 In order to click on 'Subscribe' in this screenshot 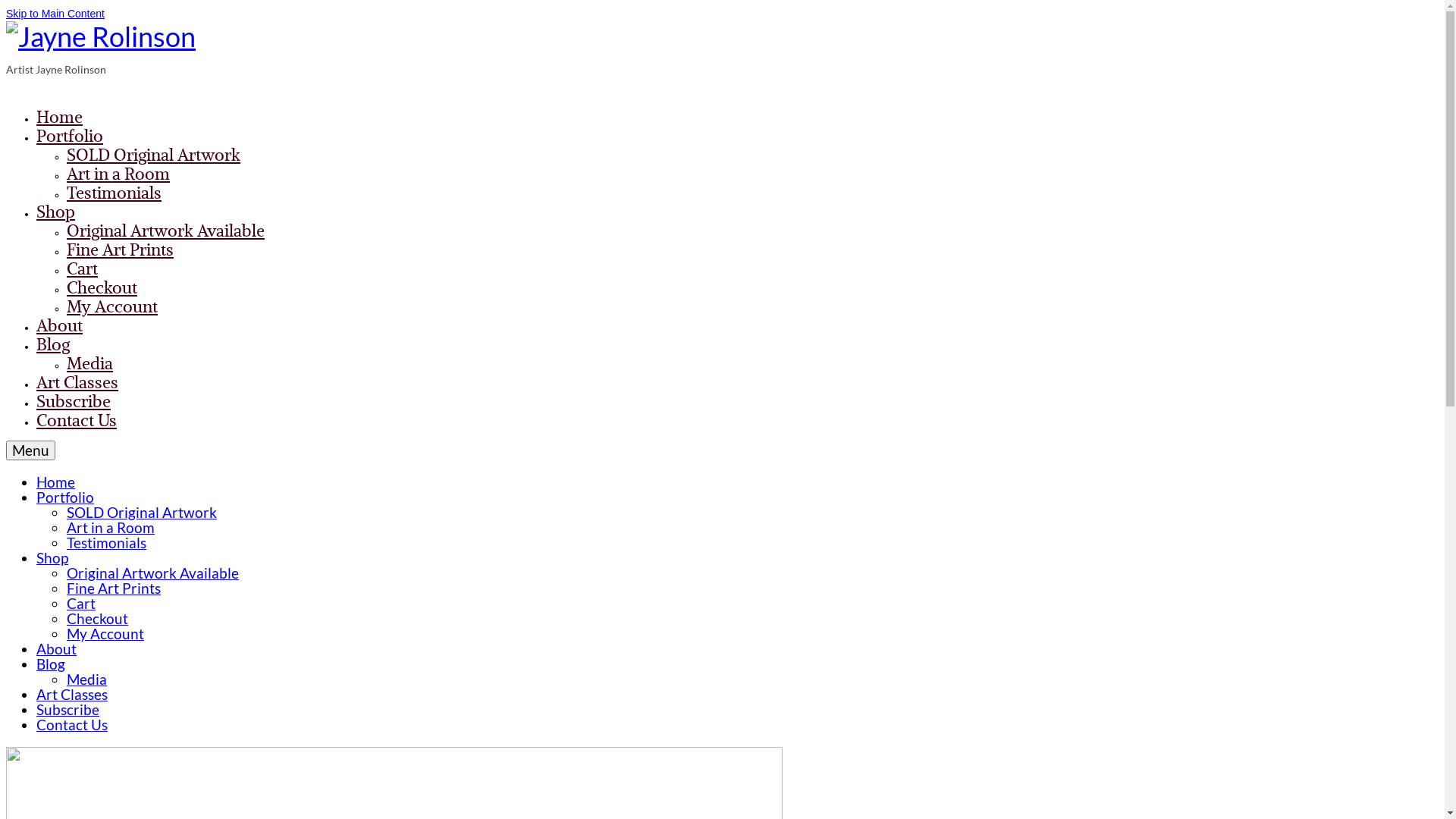, I will do `click(67, 709)`.